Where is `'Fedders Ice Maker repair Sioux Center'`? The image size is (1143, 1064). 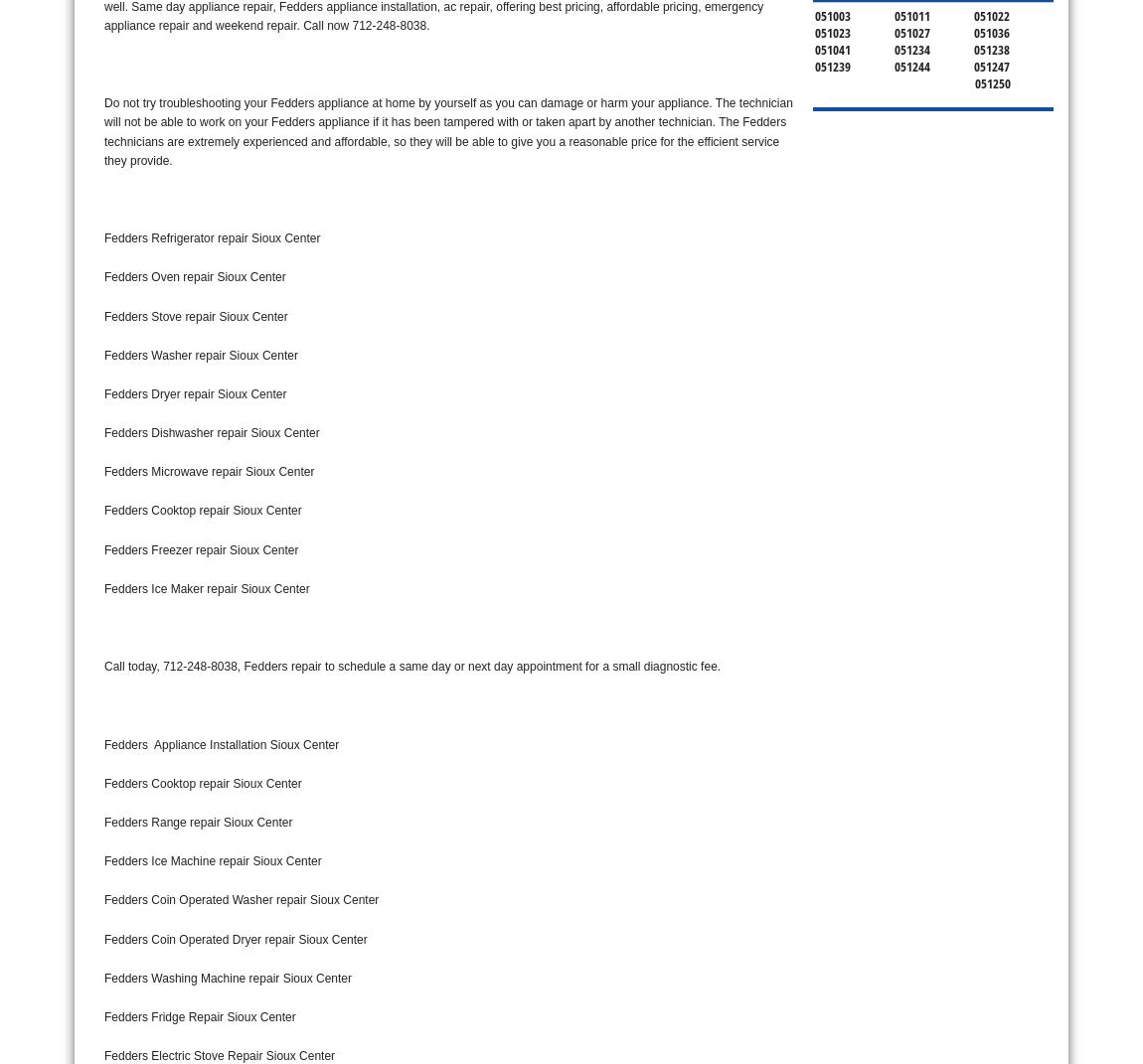 'Fedders Ice Maker repair Sioux Center' is located at coordinates (206, 588).